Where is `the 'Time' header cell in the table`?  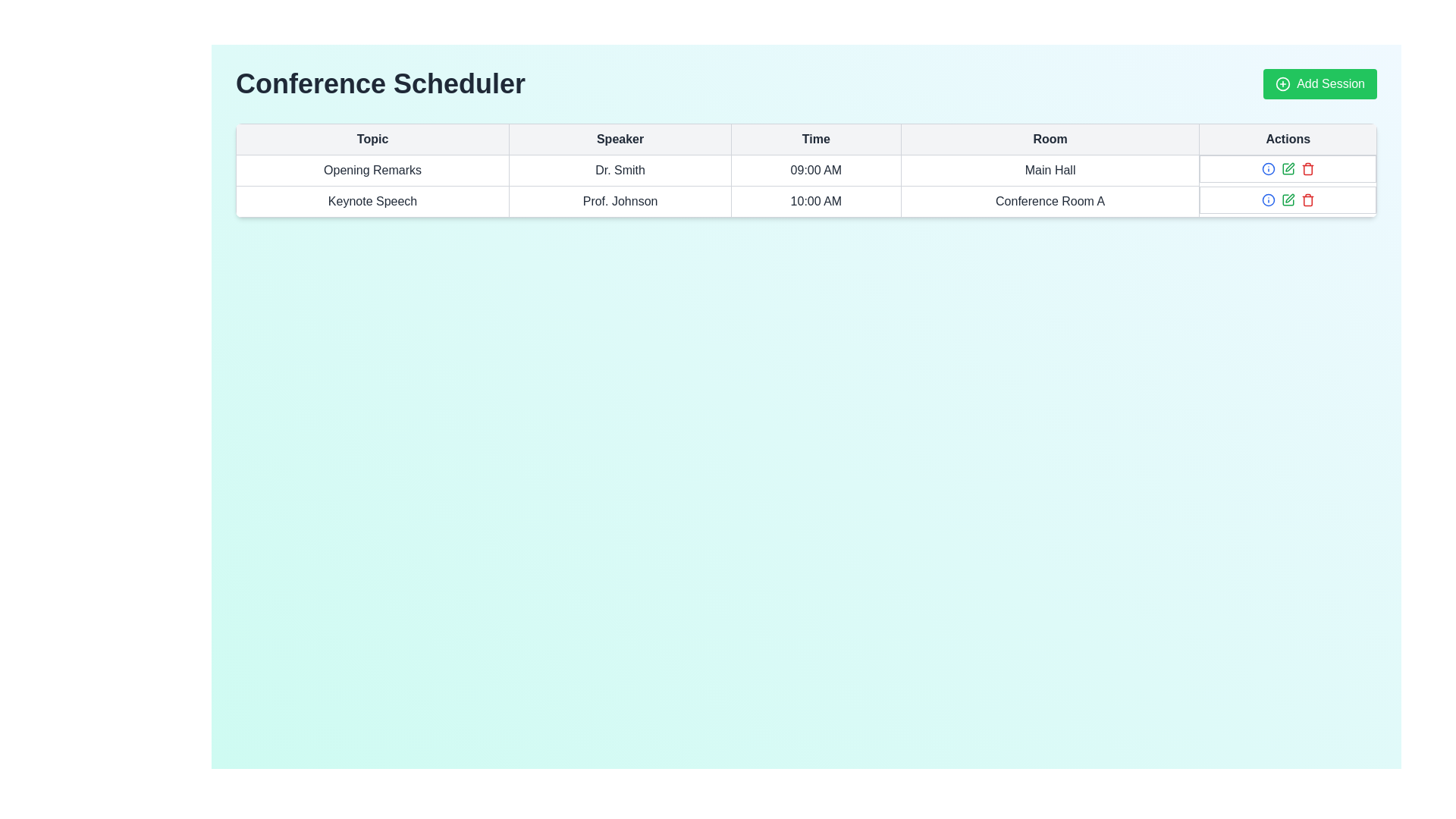 the 'Time' header cell in the table is located at coordinates (815, 140).